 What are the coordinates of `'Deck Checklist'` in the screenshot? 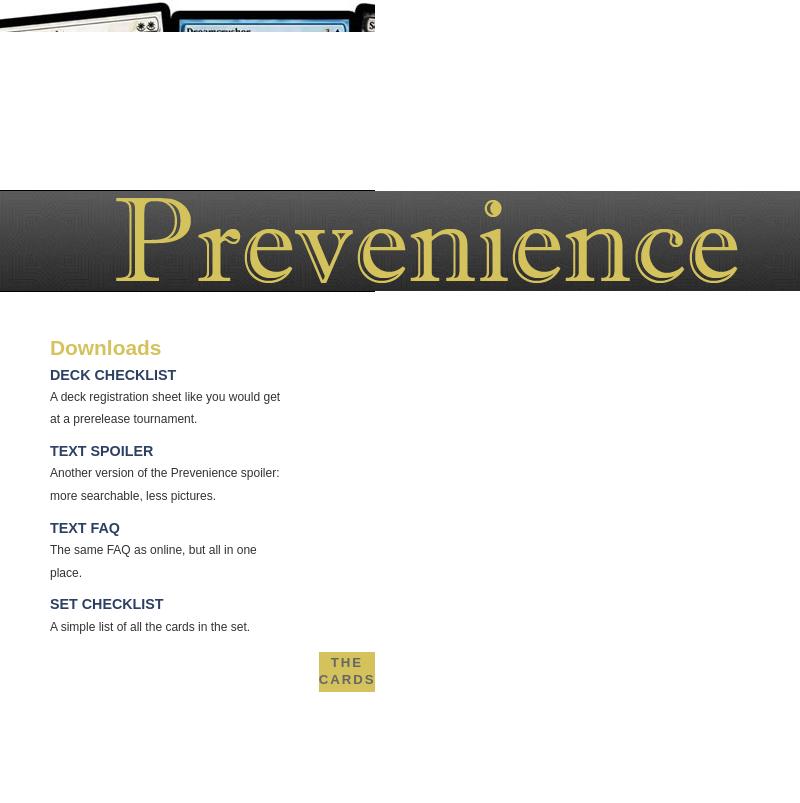 It's located at (111, 374).